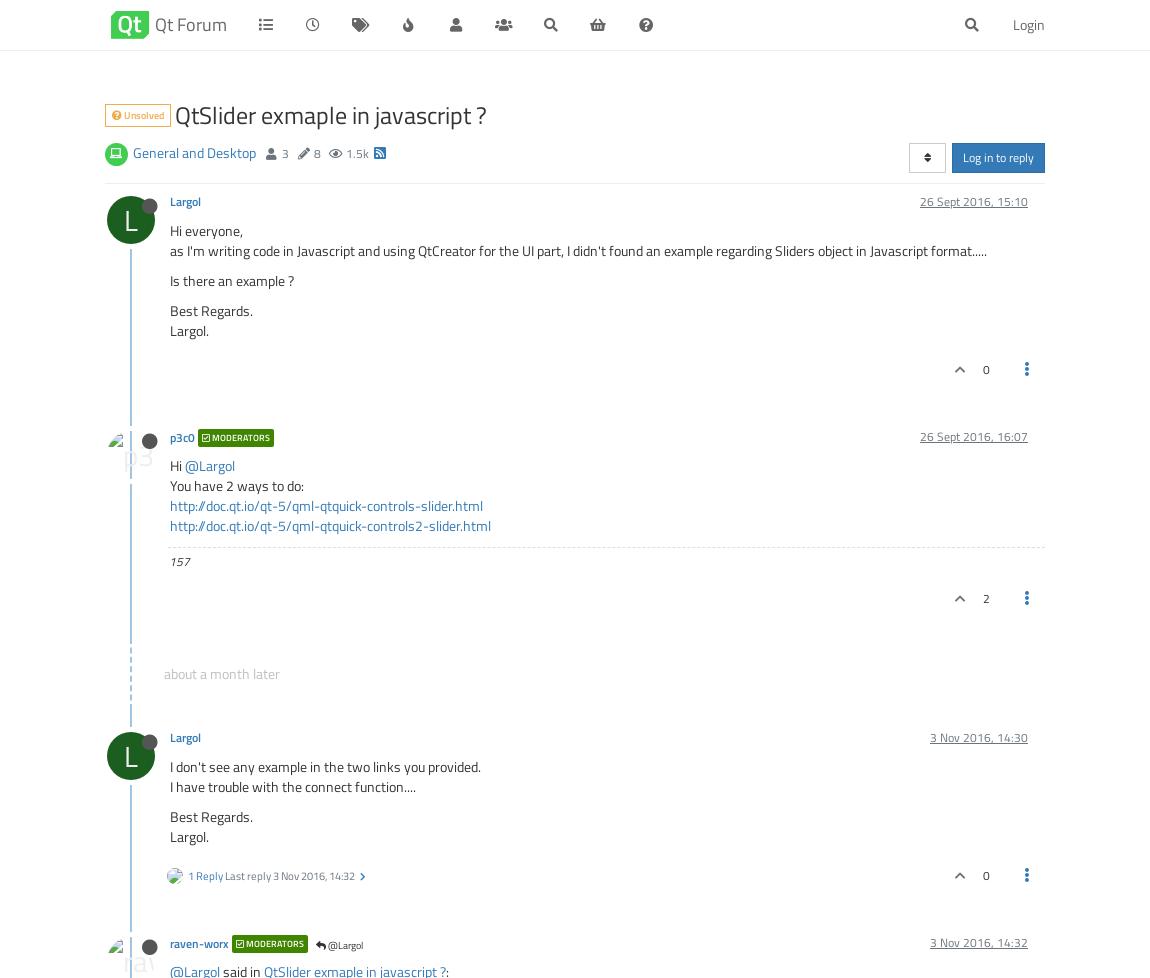 The image size is (1150, 978). I want to click on 'Last reply', so click(224, 874).